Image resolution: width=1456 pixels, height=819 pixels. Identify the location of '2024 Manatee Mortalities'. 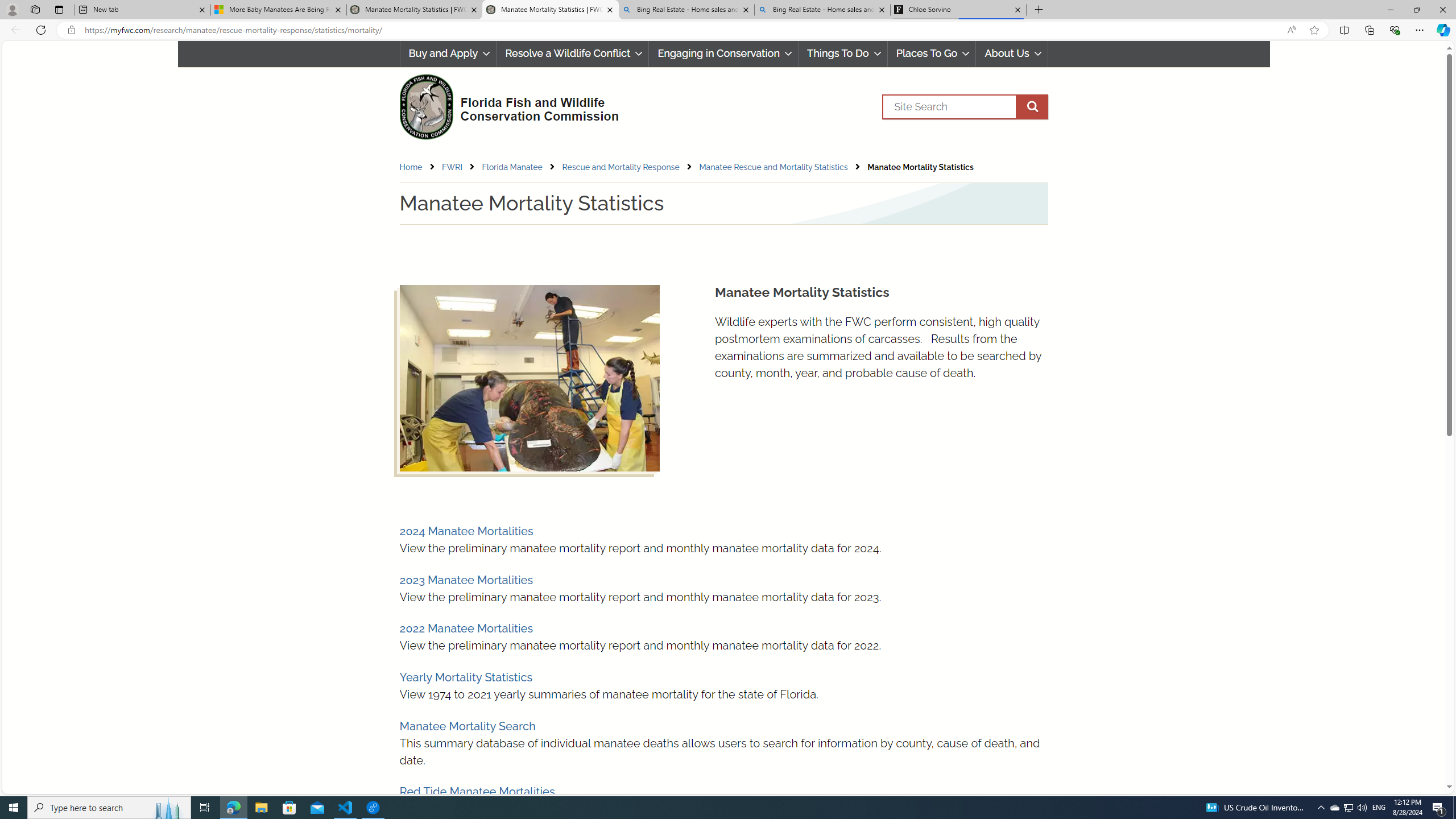
(466, 531).